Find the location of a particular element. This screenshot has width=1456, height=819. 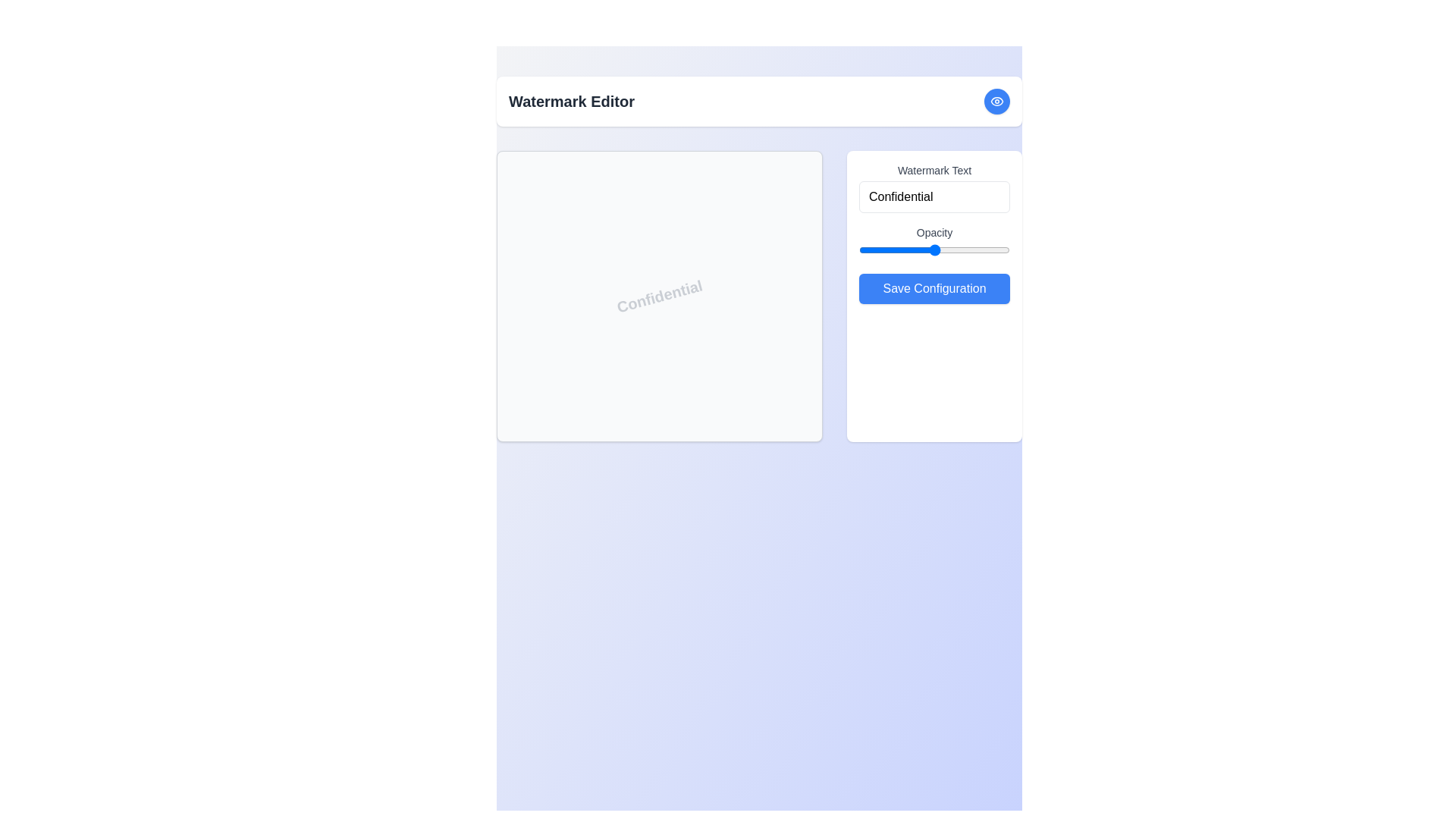

the save button on the watermark properties control panel to apply changes is located at coordinates (934, 296).